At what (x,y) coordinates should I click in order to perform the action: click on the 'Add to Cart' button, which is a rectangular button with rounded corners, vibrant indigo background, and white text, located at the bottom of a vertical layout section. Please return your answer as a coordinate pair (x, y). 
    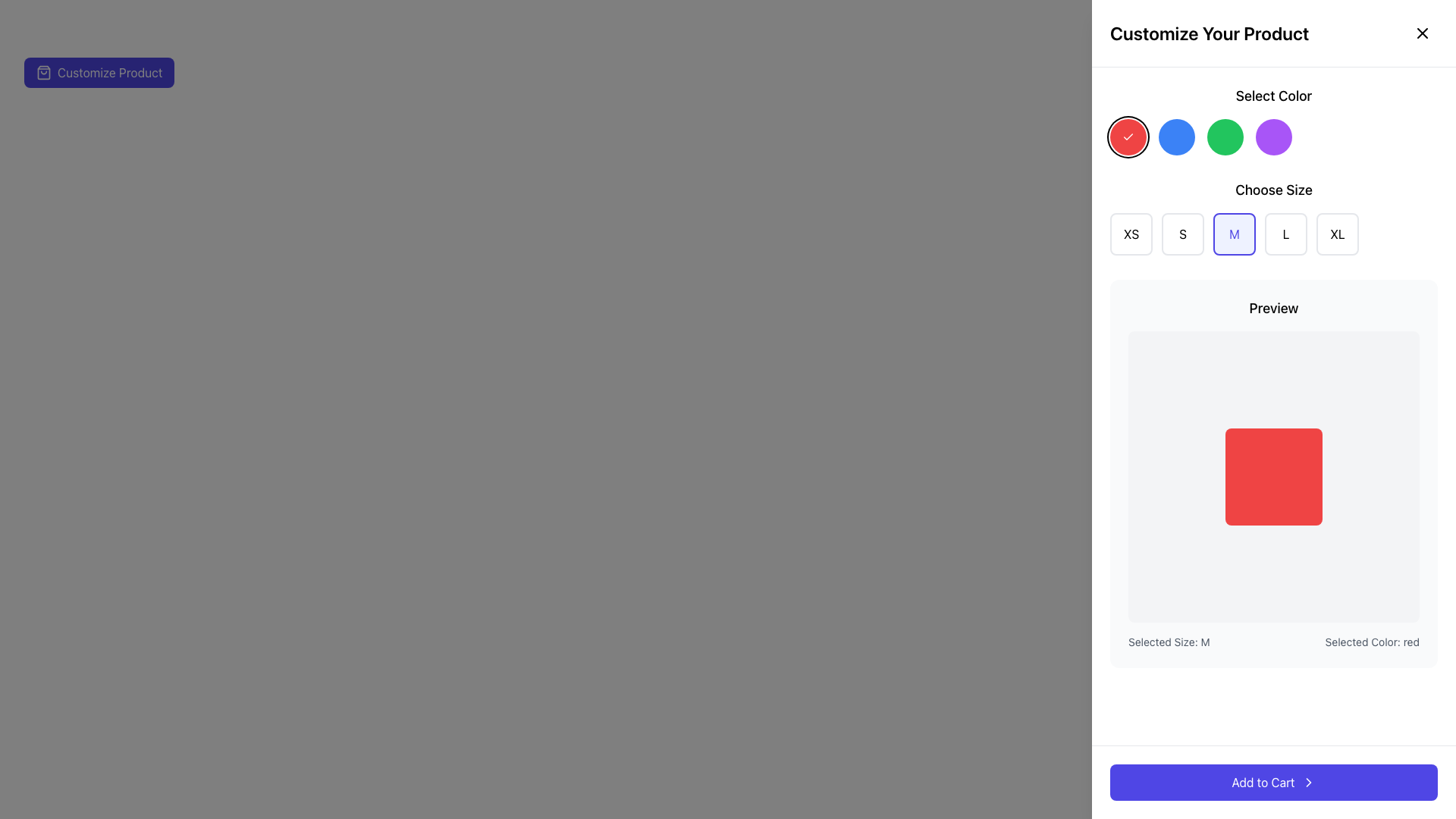
    Looking at the image, I should click on (1274, 783).